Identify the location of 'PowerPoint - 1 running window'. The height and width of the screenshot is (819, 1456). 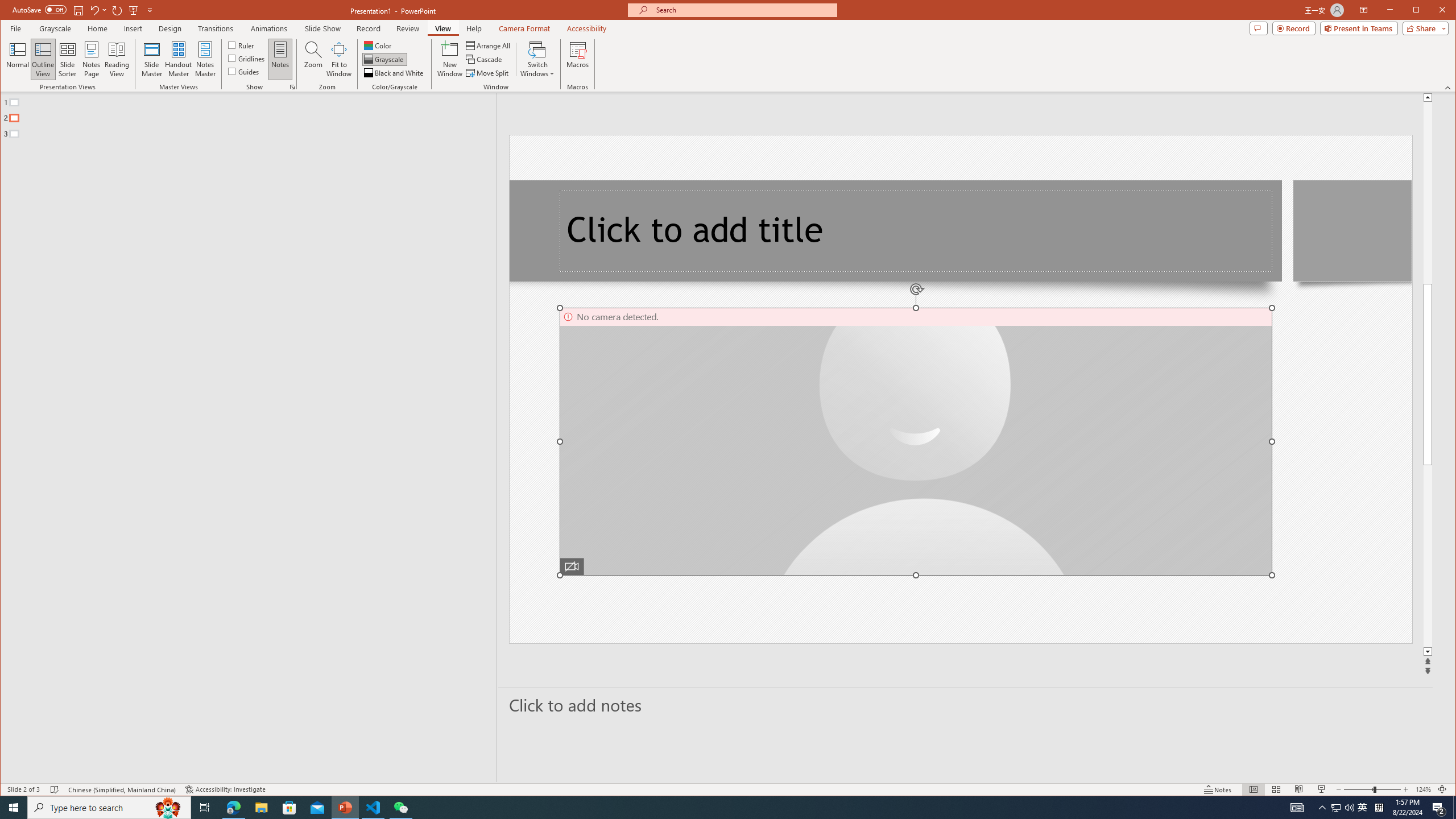
(345, 806).